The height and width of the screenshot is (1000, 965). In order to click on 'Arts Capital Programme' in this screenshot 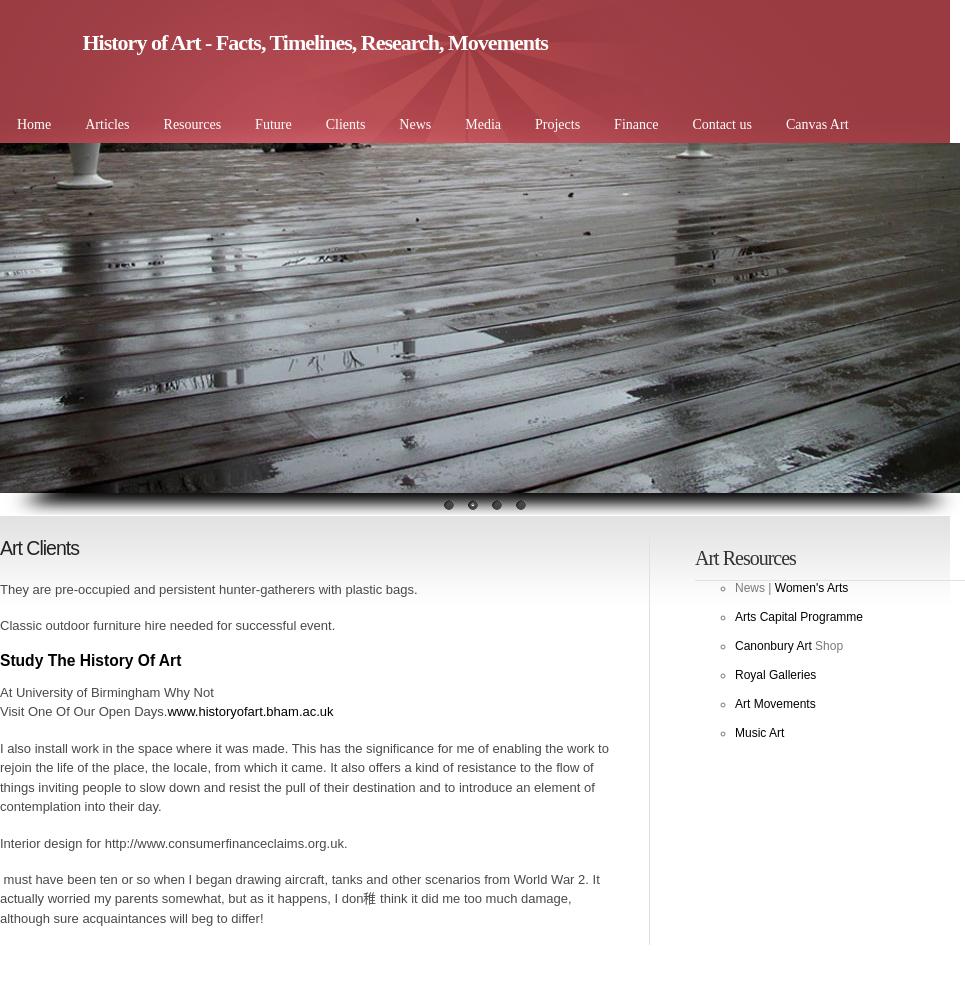, I will do `click(799, 616)`.